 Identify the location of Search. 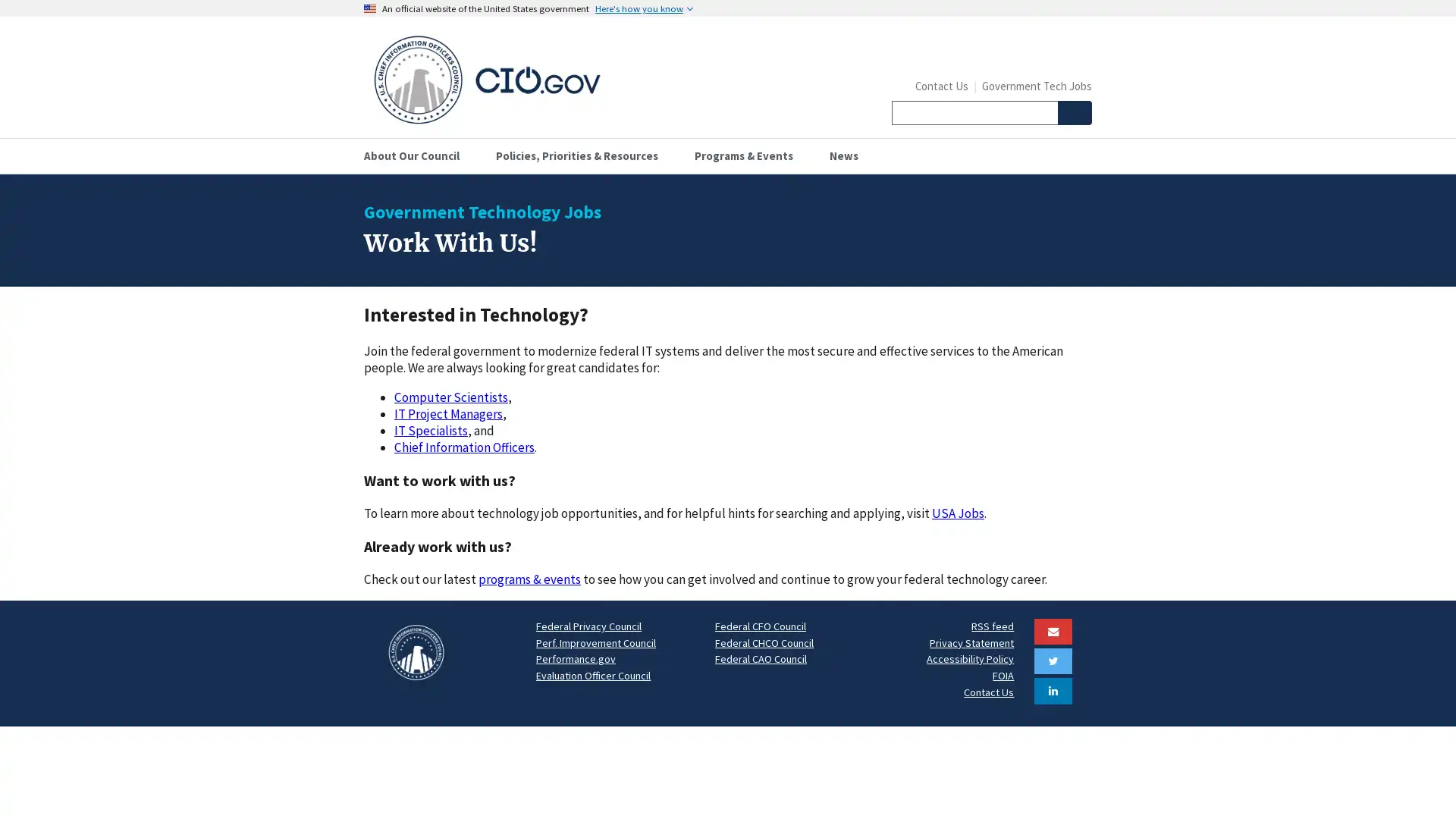
(1073, 112).